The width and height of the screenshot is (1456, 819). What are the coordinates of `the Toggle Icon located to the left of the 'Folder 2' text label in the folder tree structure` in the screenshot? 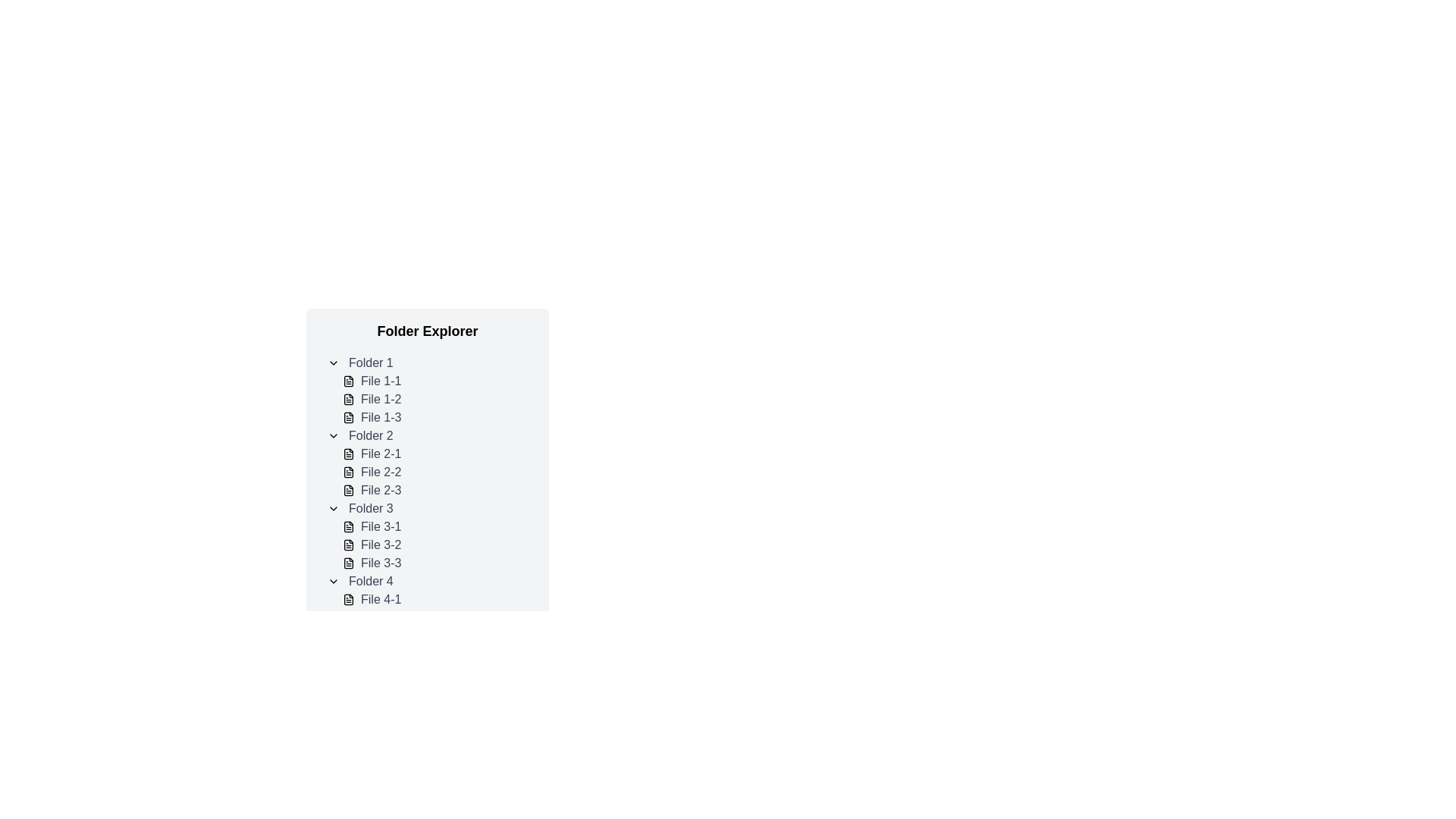 It's located at (333, 435).